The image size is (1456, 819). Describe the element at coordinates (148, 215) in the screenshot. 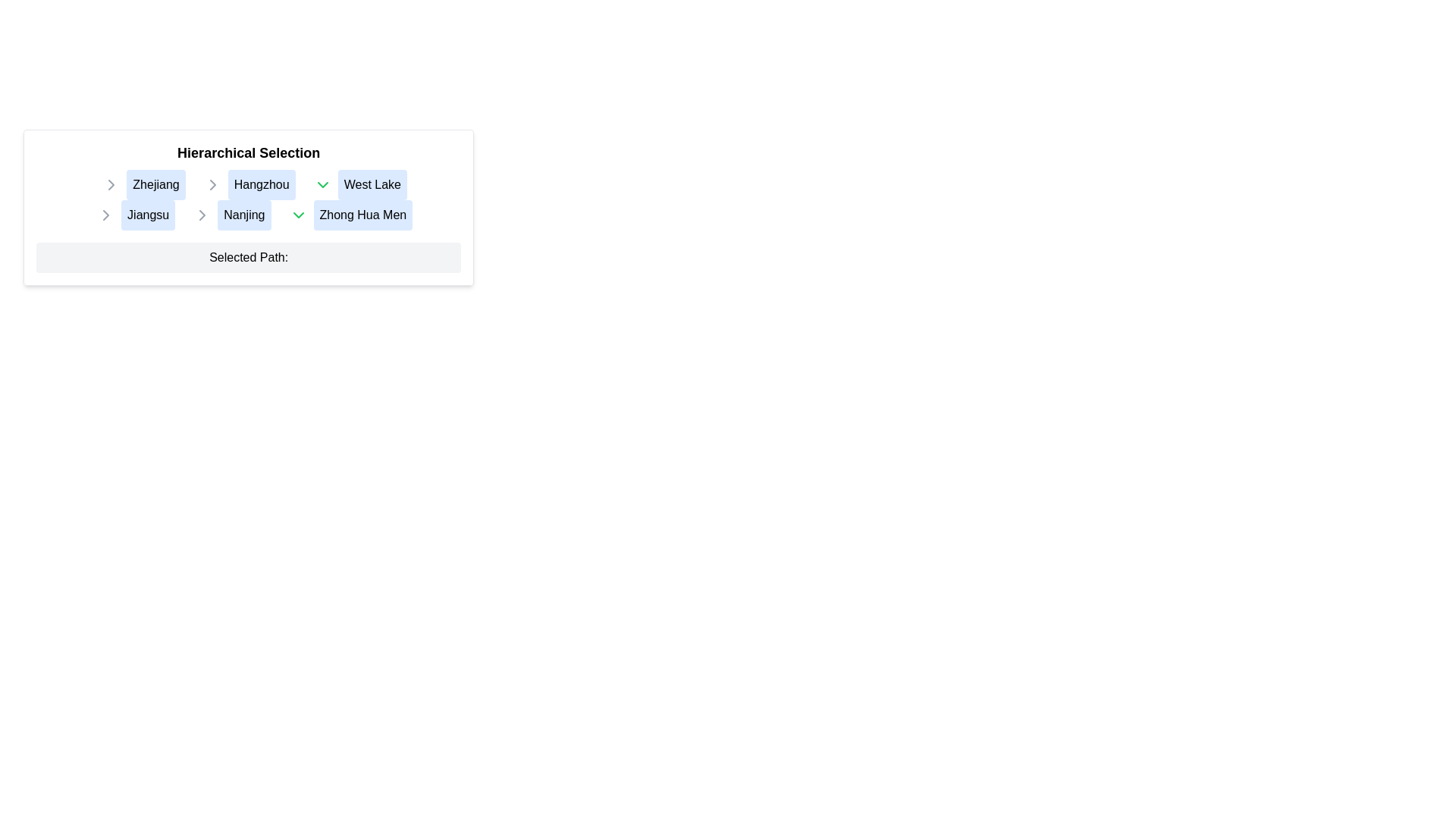

I see `the rectangular button with a light blue background and the text 'Jiangsu'` at that location.